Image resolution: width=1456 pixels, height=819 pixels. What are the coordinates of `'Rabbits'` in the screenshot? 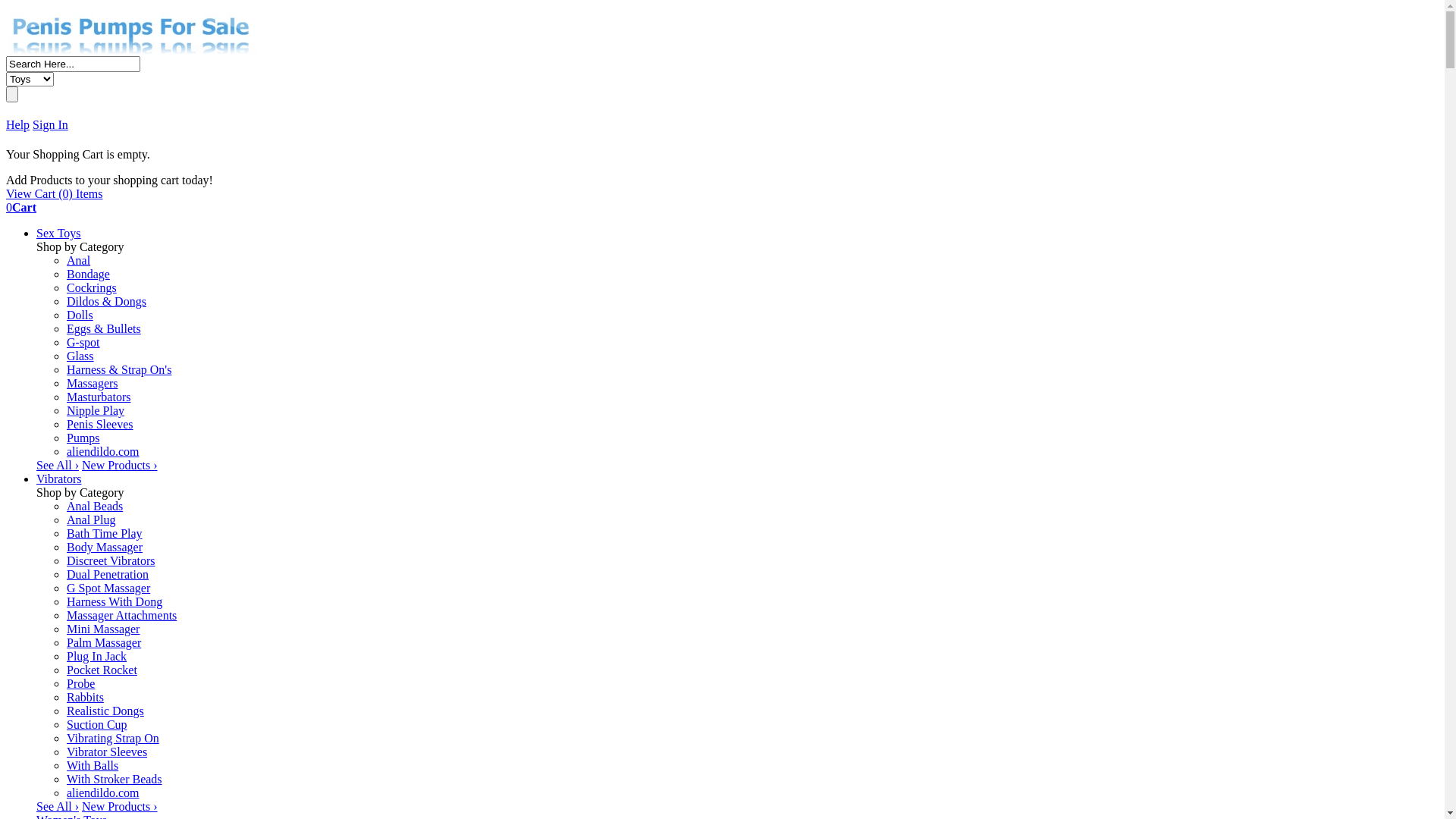 It's located at (84, 697).